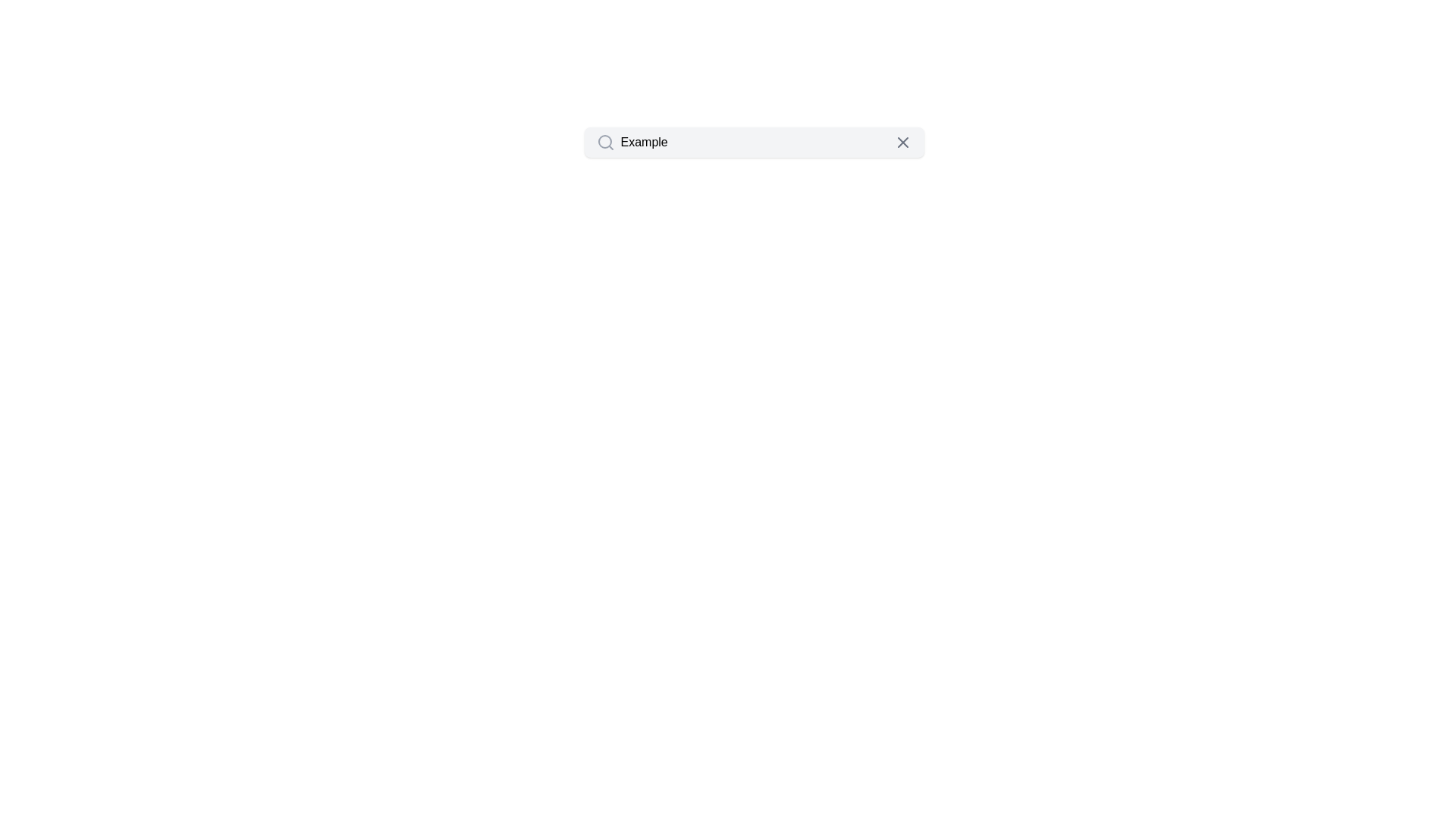 This screenshot has width=1456, height=819. I want to click on the circular graphic icon that is part of the search icon frame, located at the center of the circular part of the search icon, so click(604, 141).